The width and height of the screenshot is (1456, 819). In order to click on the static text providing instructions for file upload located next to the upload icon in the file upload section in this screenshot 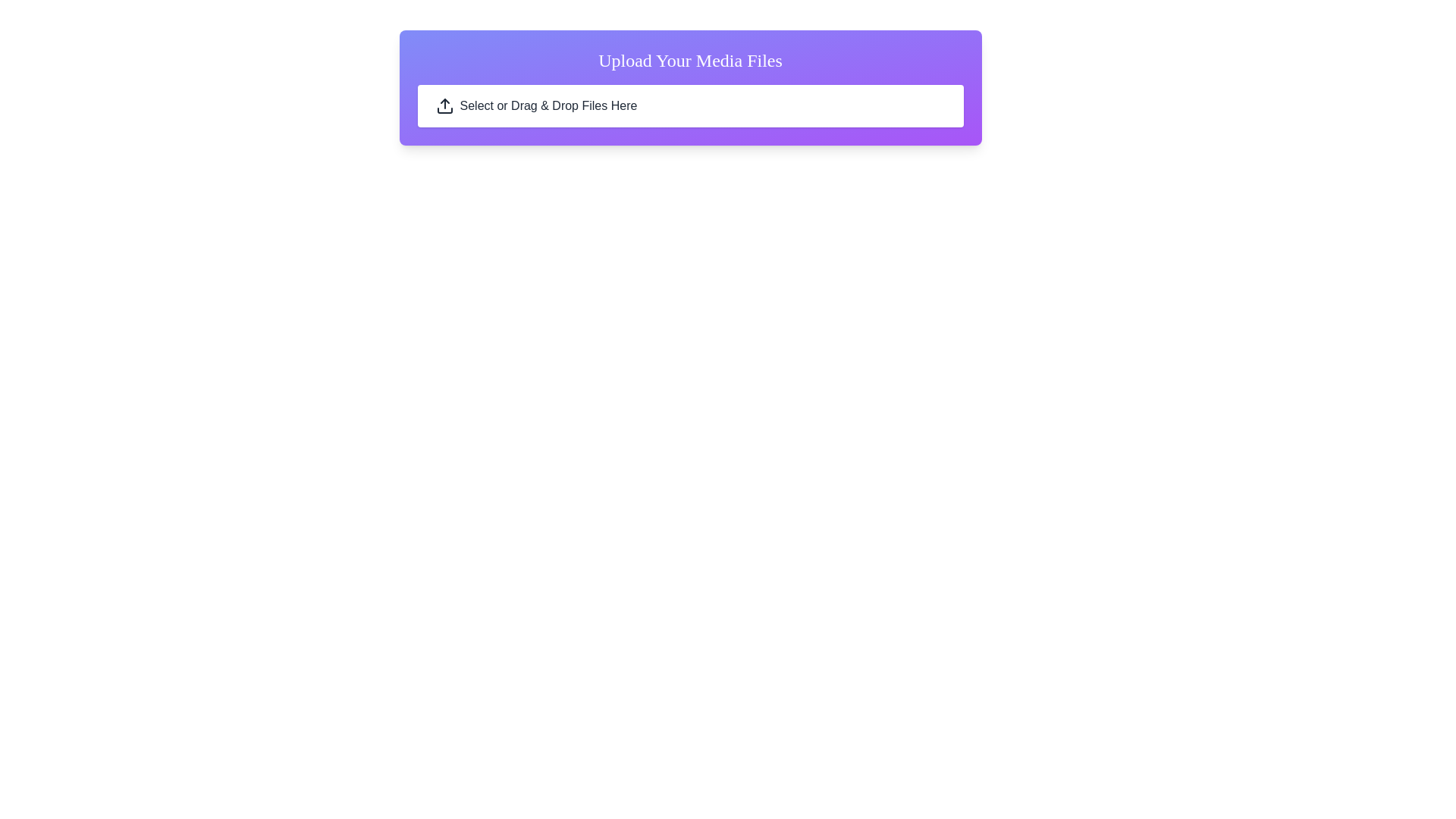, I will do `click(548, 105)`.